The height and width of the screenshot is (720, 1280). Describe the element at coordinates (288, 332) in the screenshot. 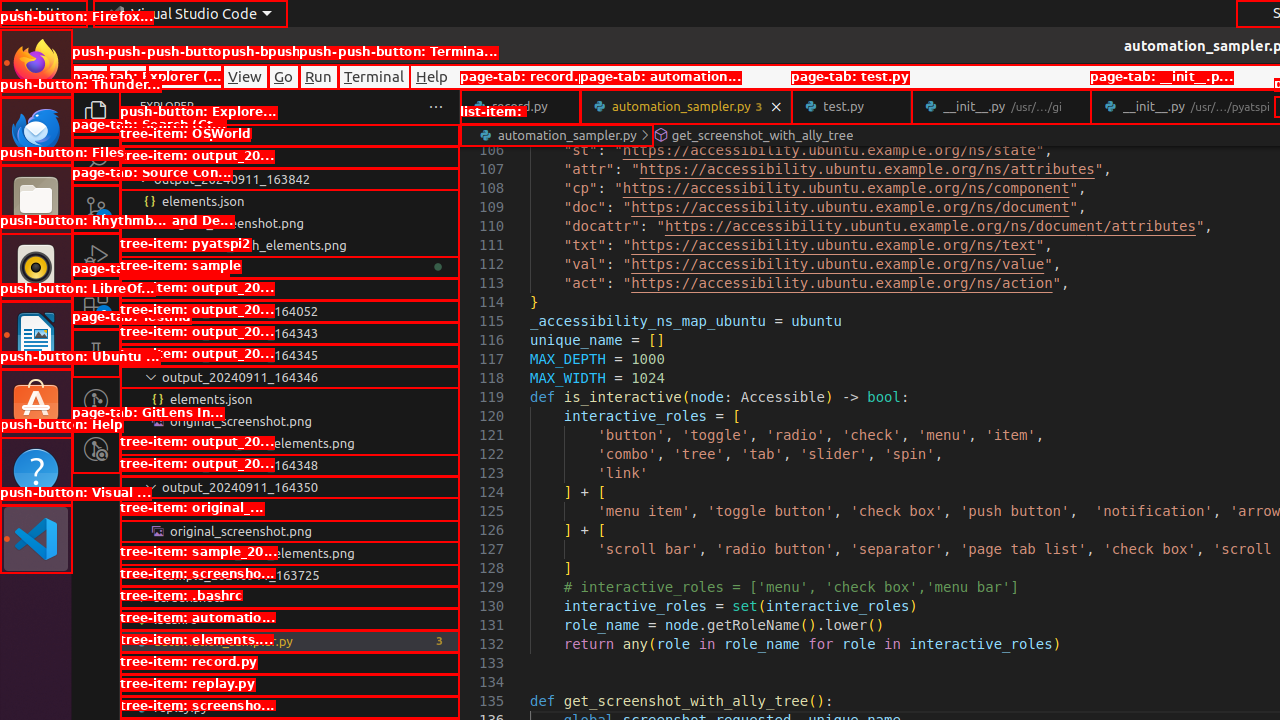

I see `'output_20240911_164343'` at that location.